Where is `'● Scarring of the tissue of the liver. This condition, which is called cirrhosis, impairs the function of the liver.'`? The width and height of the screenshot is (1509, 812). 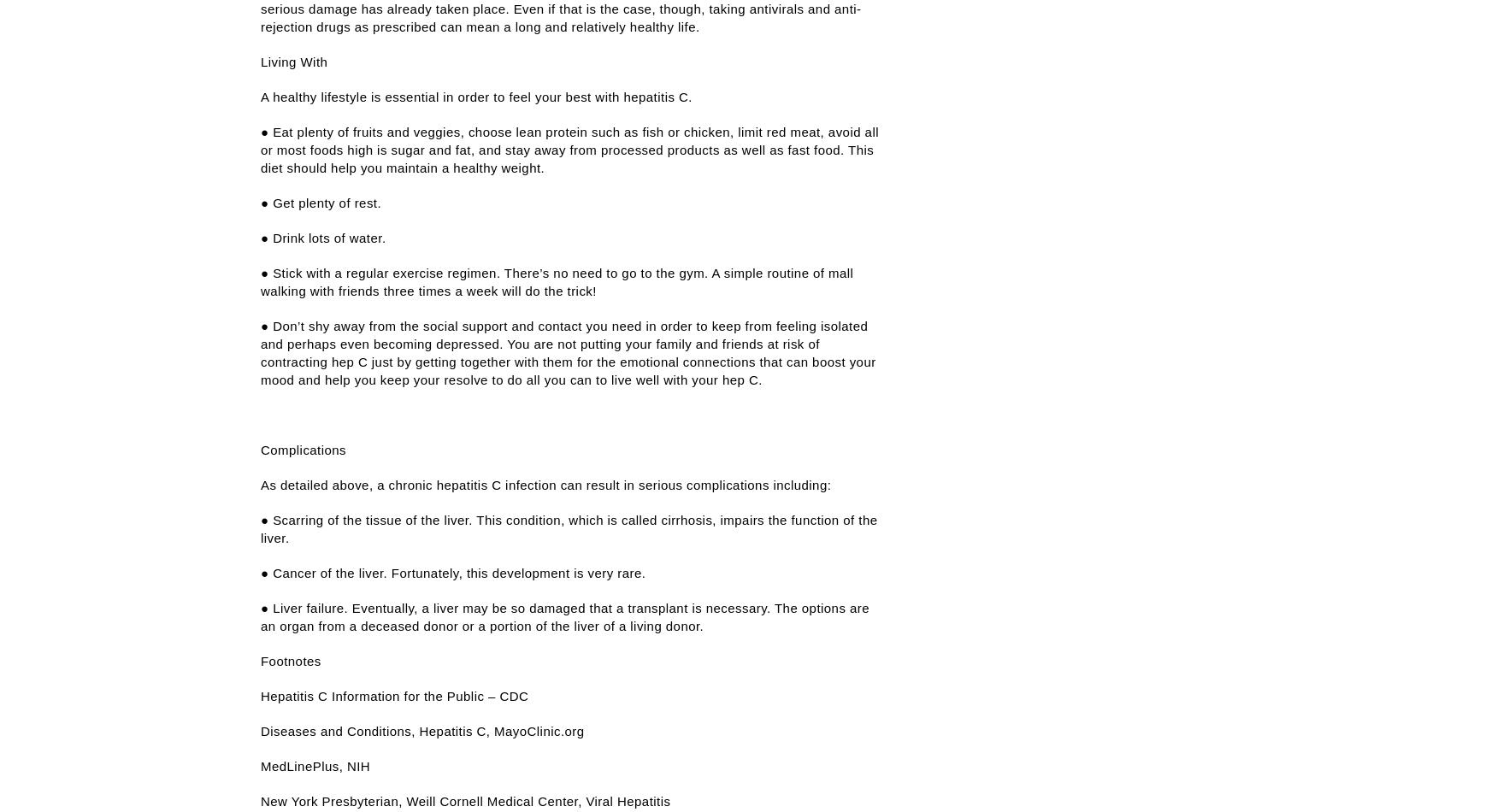
'● Scarring of the tissue of the liver. This condition, which is called cirrhosis, impairs the function of the liver.' is located at coordinates (568, 529).